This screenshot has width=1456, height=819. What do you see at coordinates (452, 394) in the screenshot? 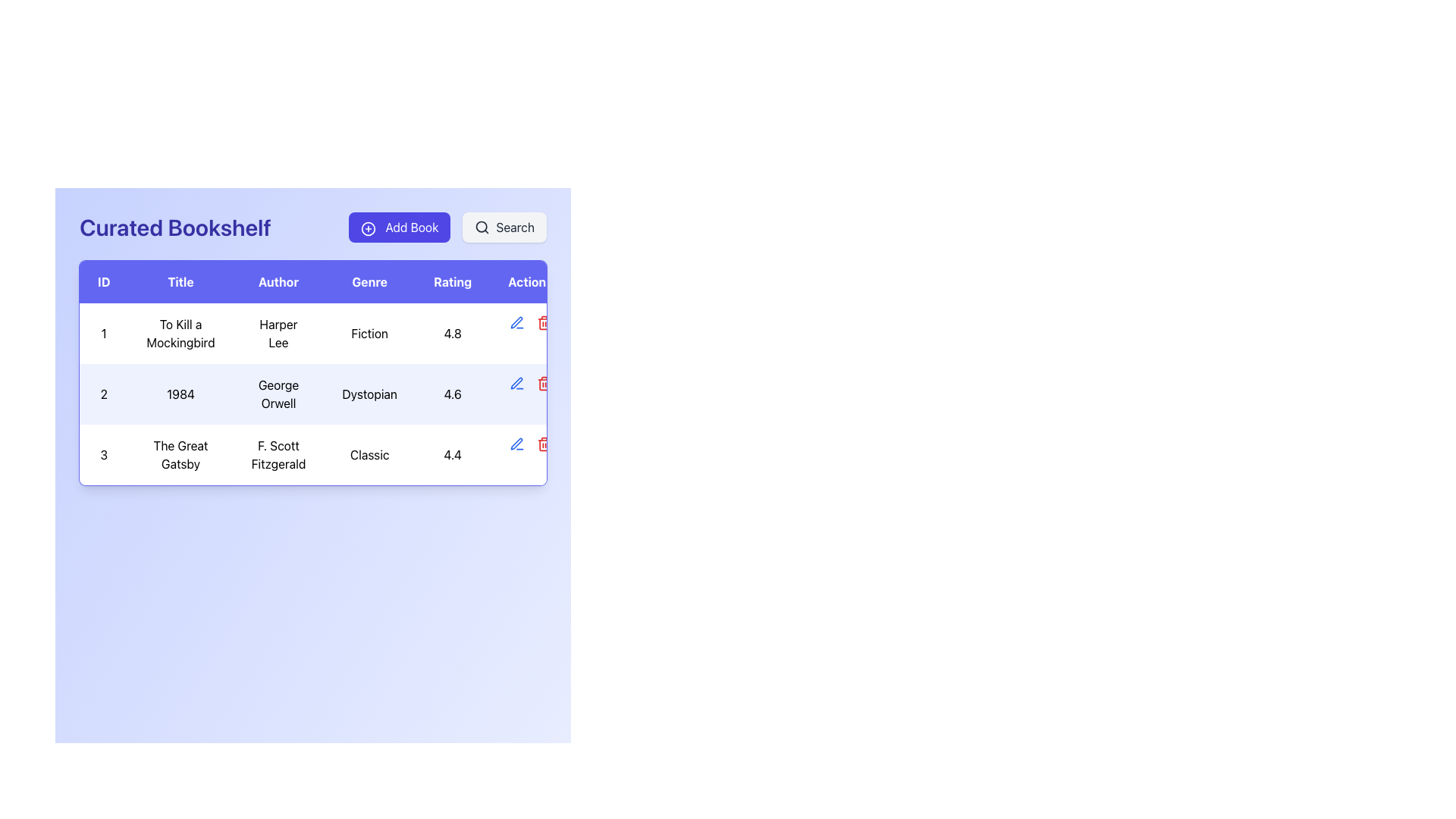
I see `numeric value '4.6' displayed in bold under the 'Rating' column in the second row of the data table` at bounding box center [452, 394].